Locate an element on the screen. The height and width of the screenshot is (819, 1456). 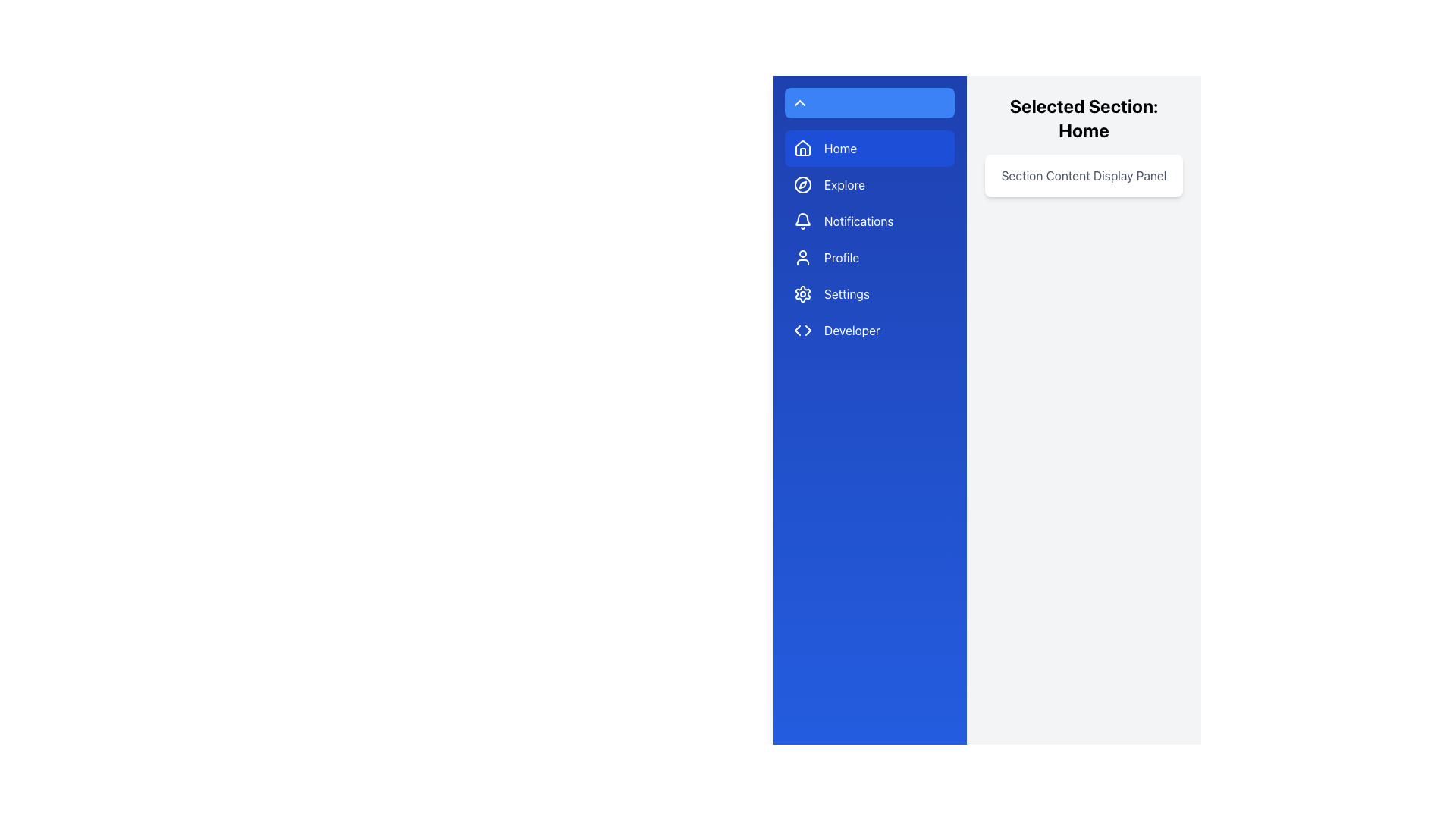
the user profile icon located on the left sidebar menu, which is positioned fourth from the top and to the left of the 'Profile' text is located at coordinates (802, 256).